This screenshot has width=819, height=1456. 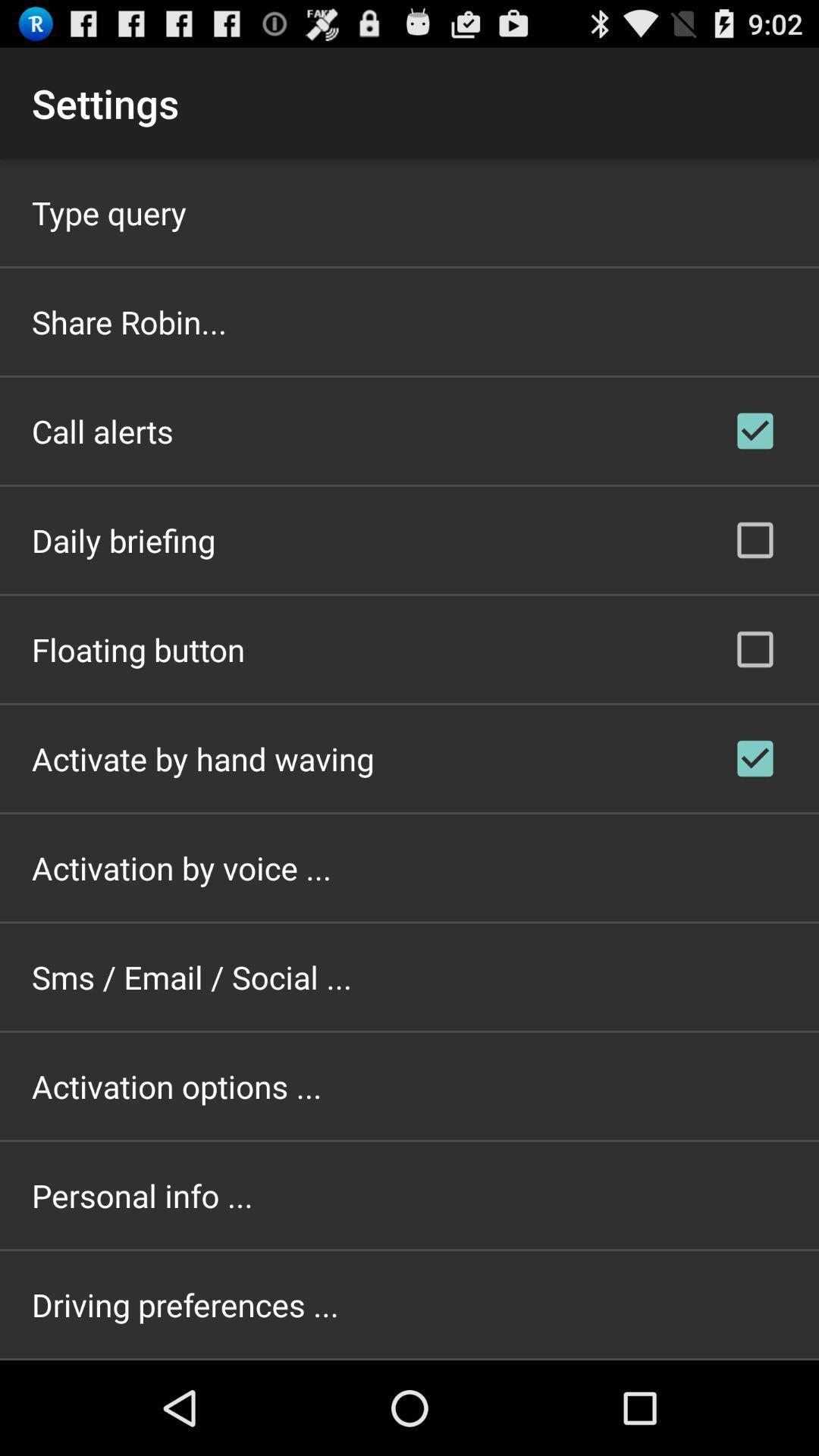 I want to click on driving preferences ... item, so click(x=184, y=1304).